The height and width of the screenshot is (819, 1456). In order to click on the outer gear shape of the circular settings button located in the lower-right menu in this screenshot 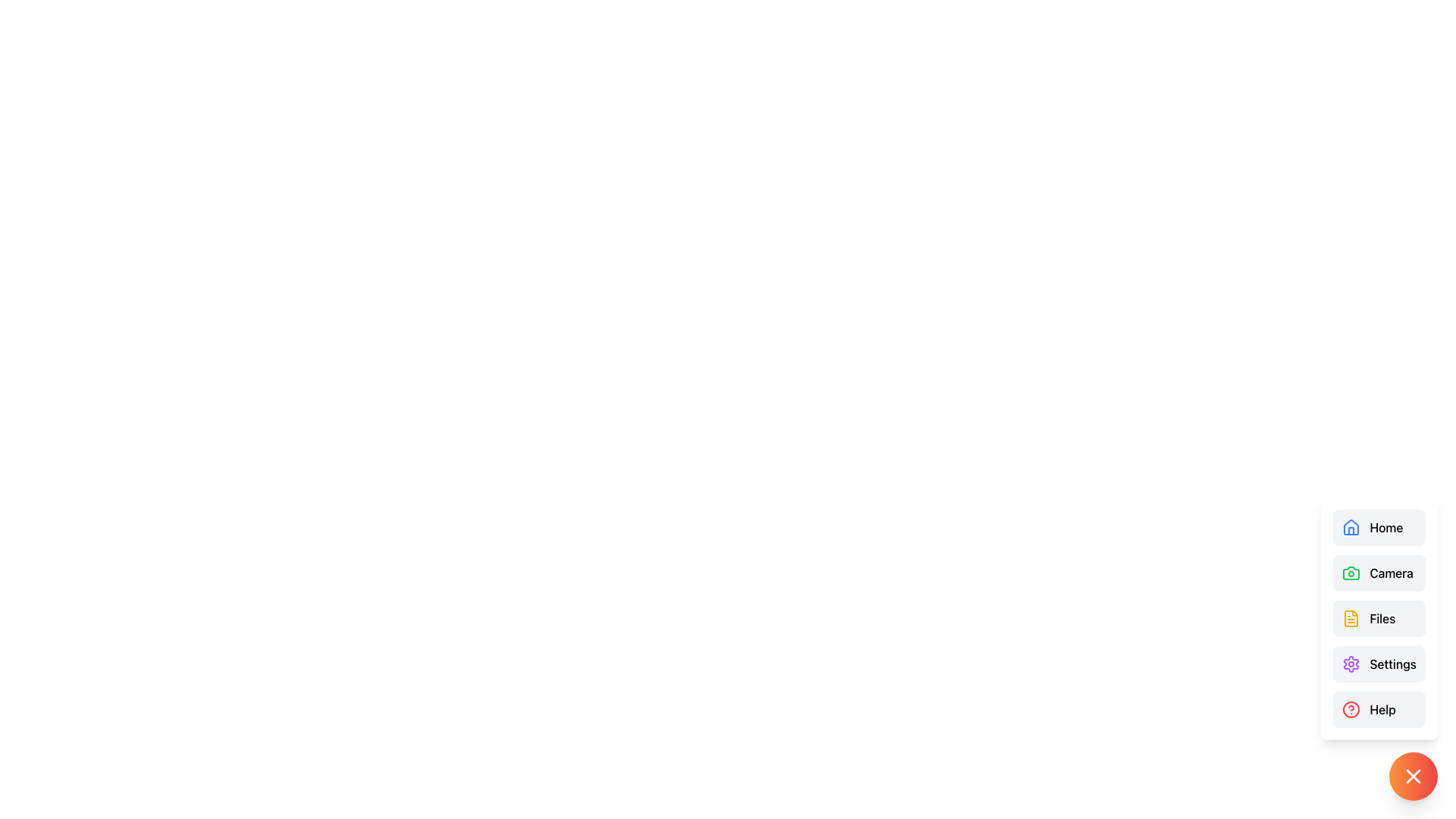, I will do `click(1351, 663)`.